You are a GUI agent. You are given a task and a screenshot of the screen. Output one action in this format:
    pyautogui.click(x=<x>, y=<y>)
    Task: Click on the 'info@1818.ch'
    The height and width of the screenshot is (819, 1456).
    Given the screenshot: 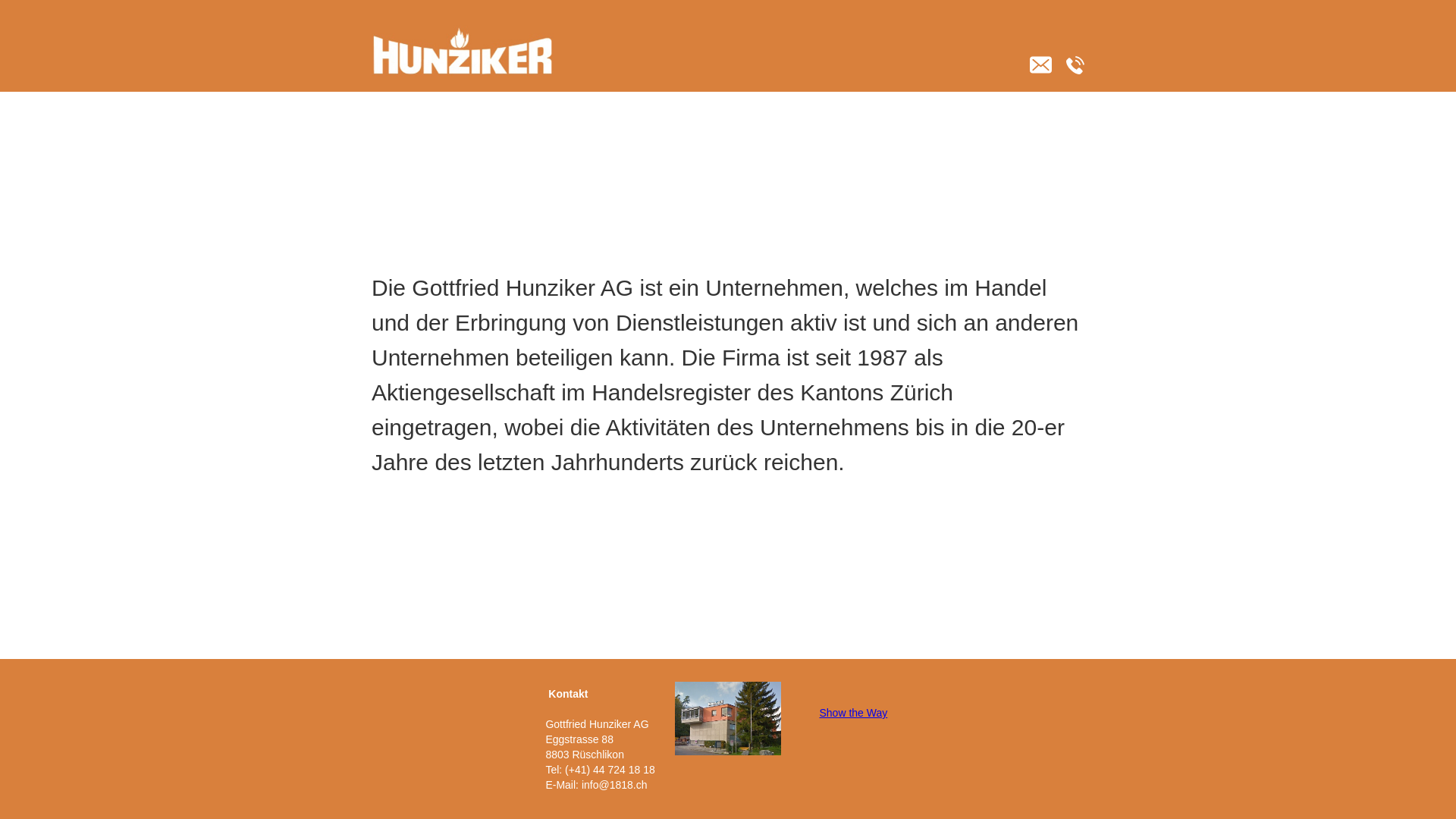 What is the action you would take?
    pyautogui.click(x=614, y=784)
    